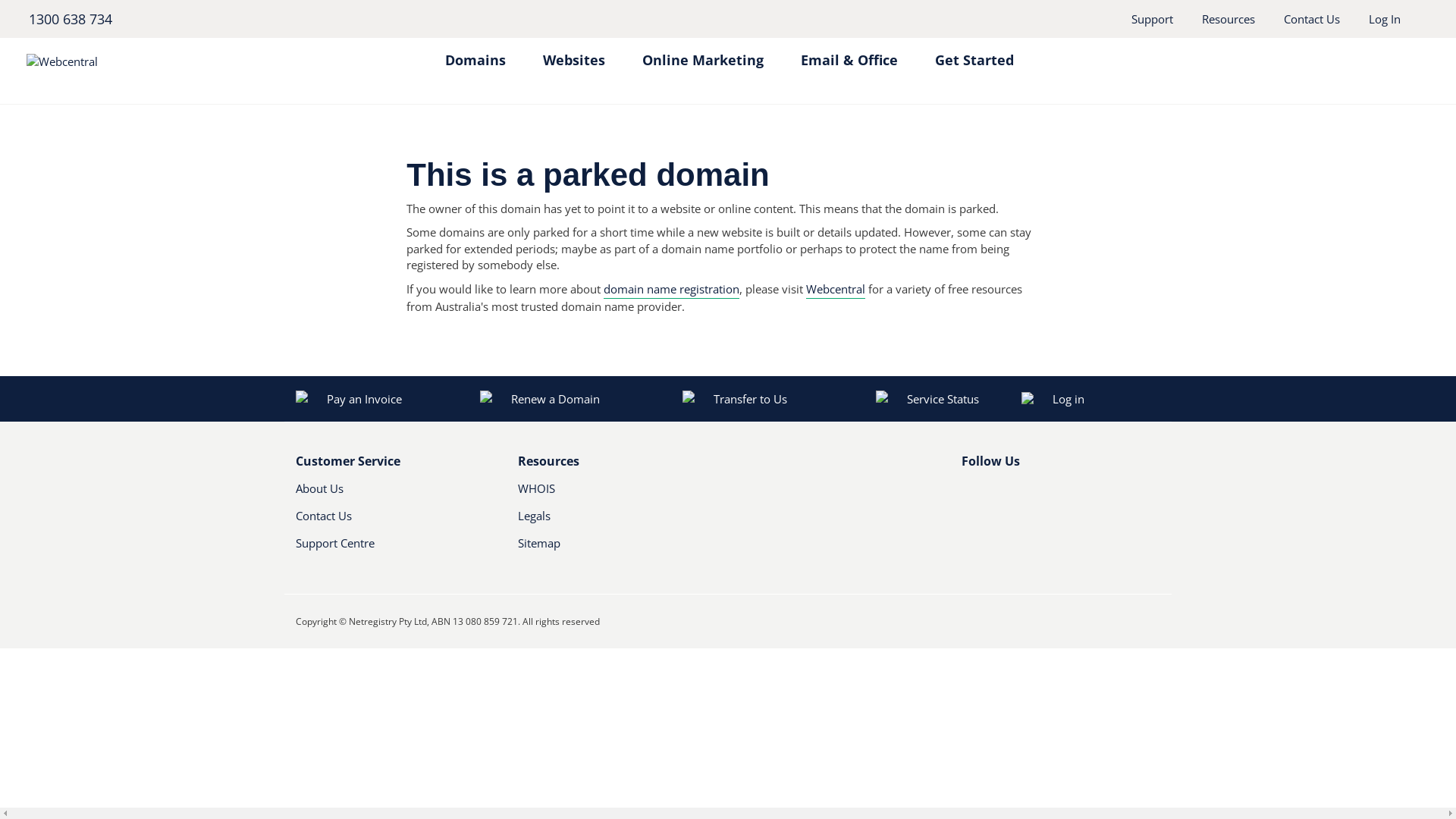 The width and height of the screenshot is (1456, 819). I want to click on 'Support', so click(1131, 18).